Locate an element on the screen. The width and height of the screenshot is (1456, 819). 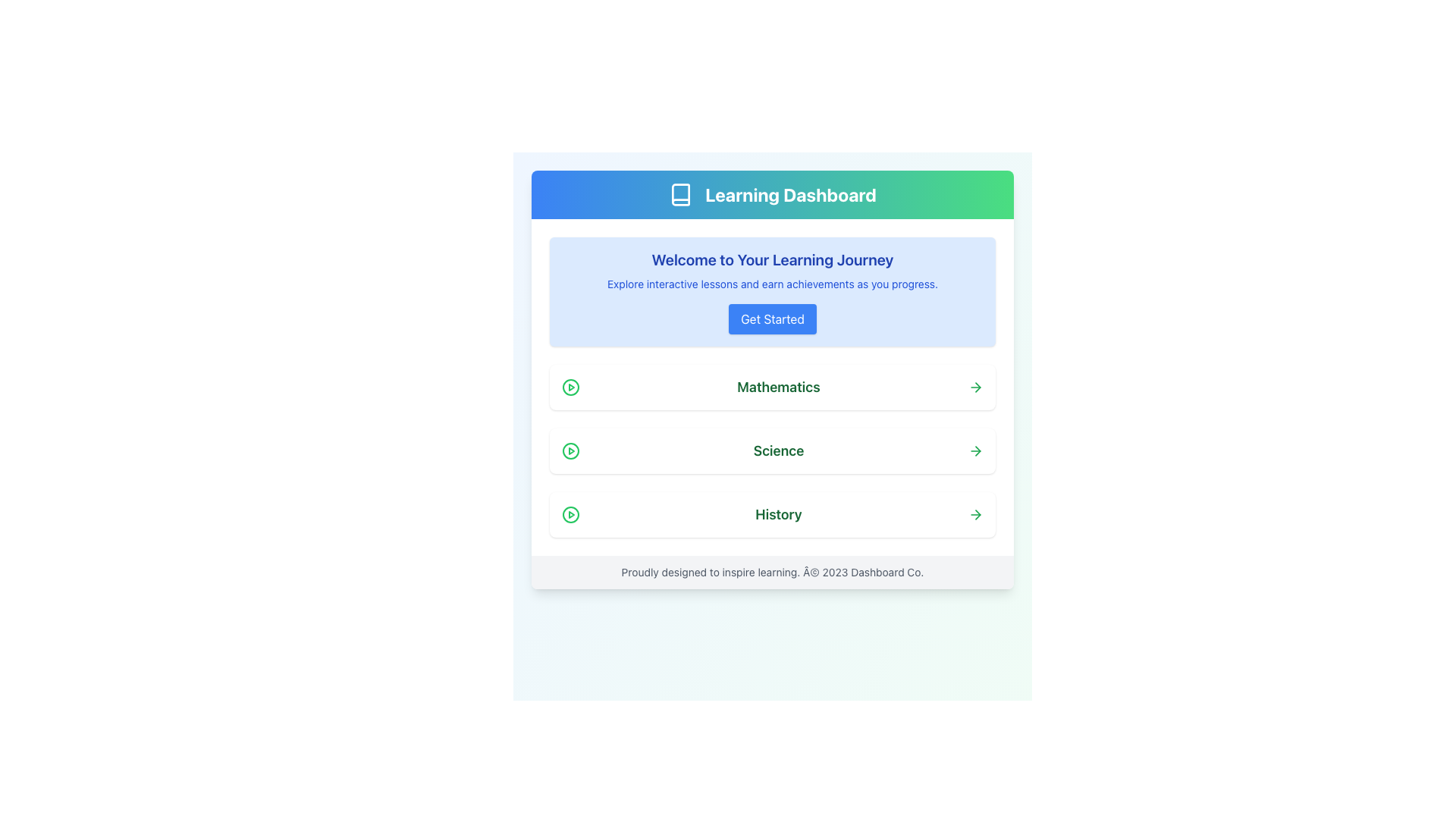
the 'Science' text label, which is displayed in green, bold font as the second item in a vertical list of subjects on a white card background is located at coordinates (779, 450).